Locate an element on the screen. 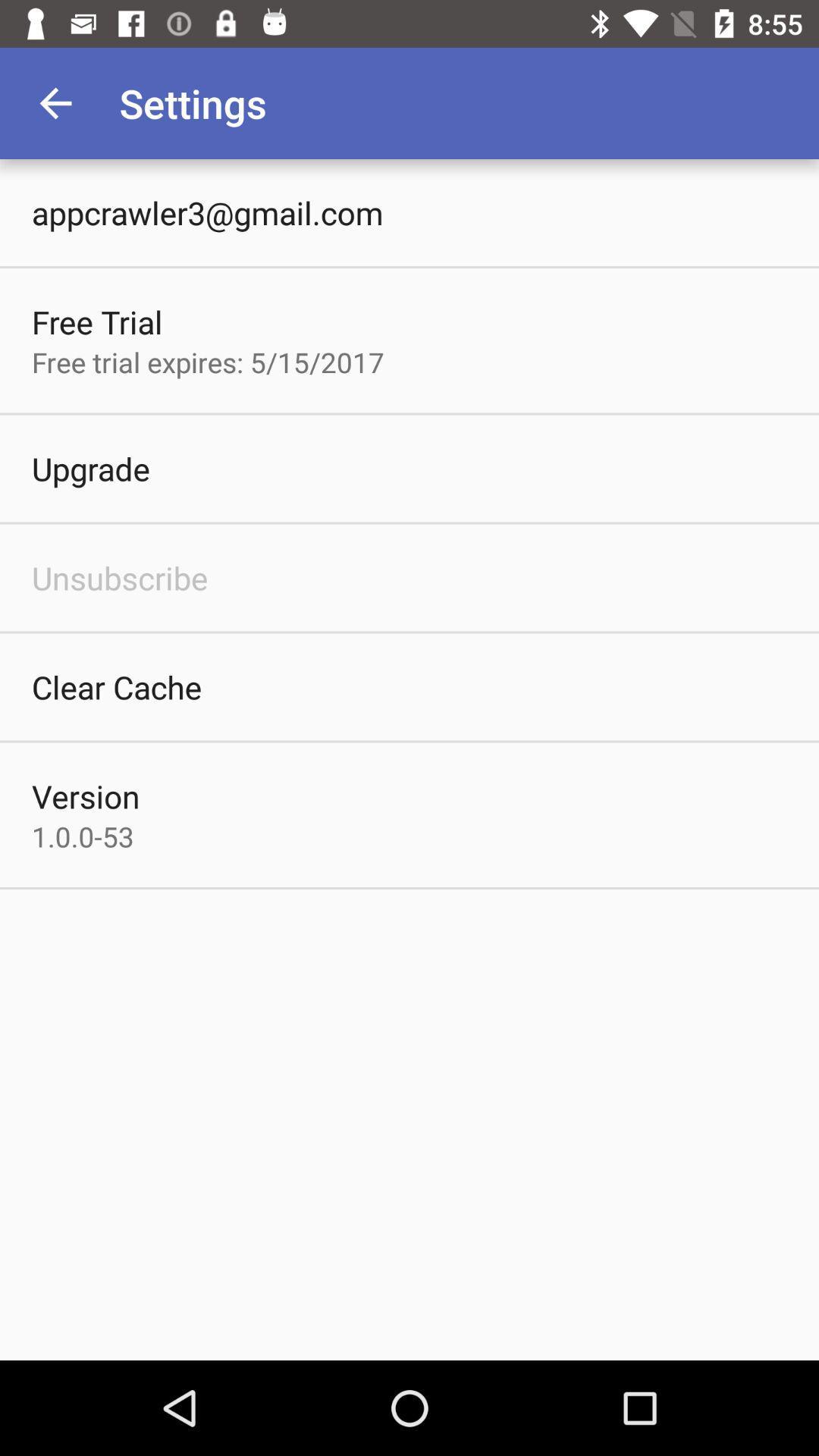 The height and width of the screenshot is (1456, 819). upgrade icon is located at coordinates (90, 468).